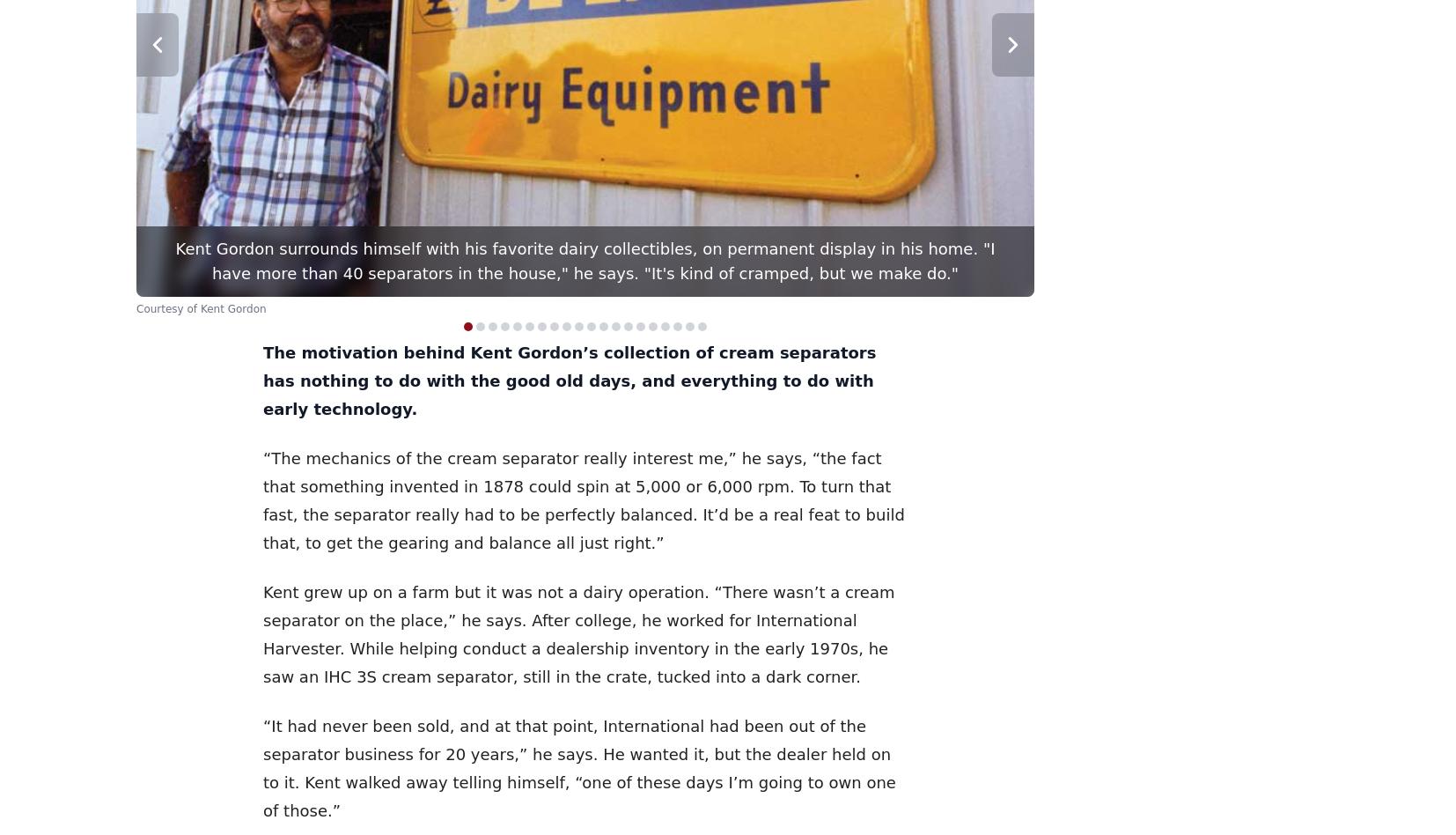 The height and width of the screenshot is (835, 1456). What do you see at coordinates (455, 254) in the screenshot?
I see `'FARM MACHINERY, 6TH EDITION'` at bounding box center [455, 254].